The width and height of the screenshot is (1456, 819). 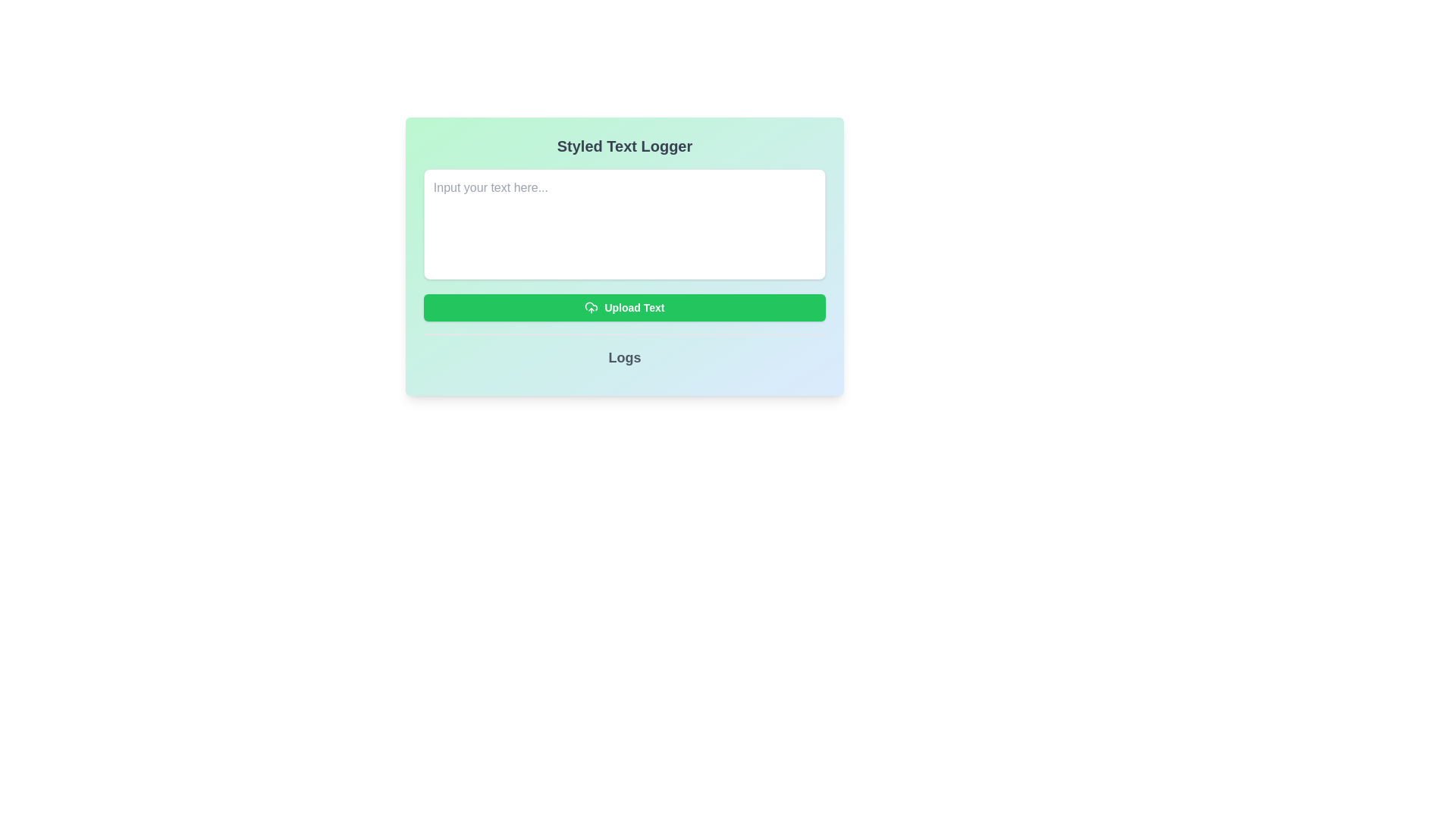 I want to click on text label that contains the word 'Logs', which is styled with bold and slightly larger font size, located at the bottom portion of the main interface panel, centered horizontally below the green 'Upload Text' button, so click(x=625, y=357).